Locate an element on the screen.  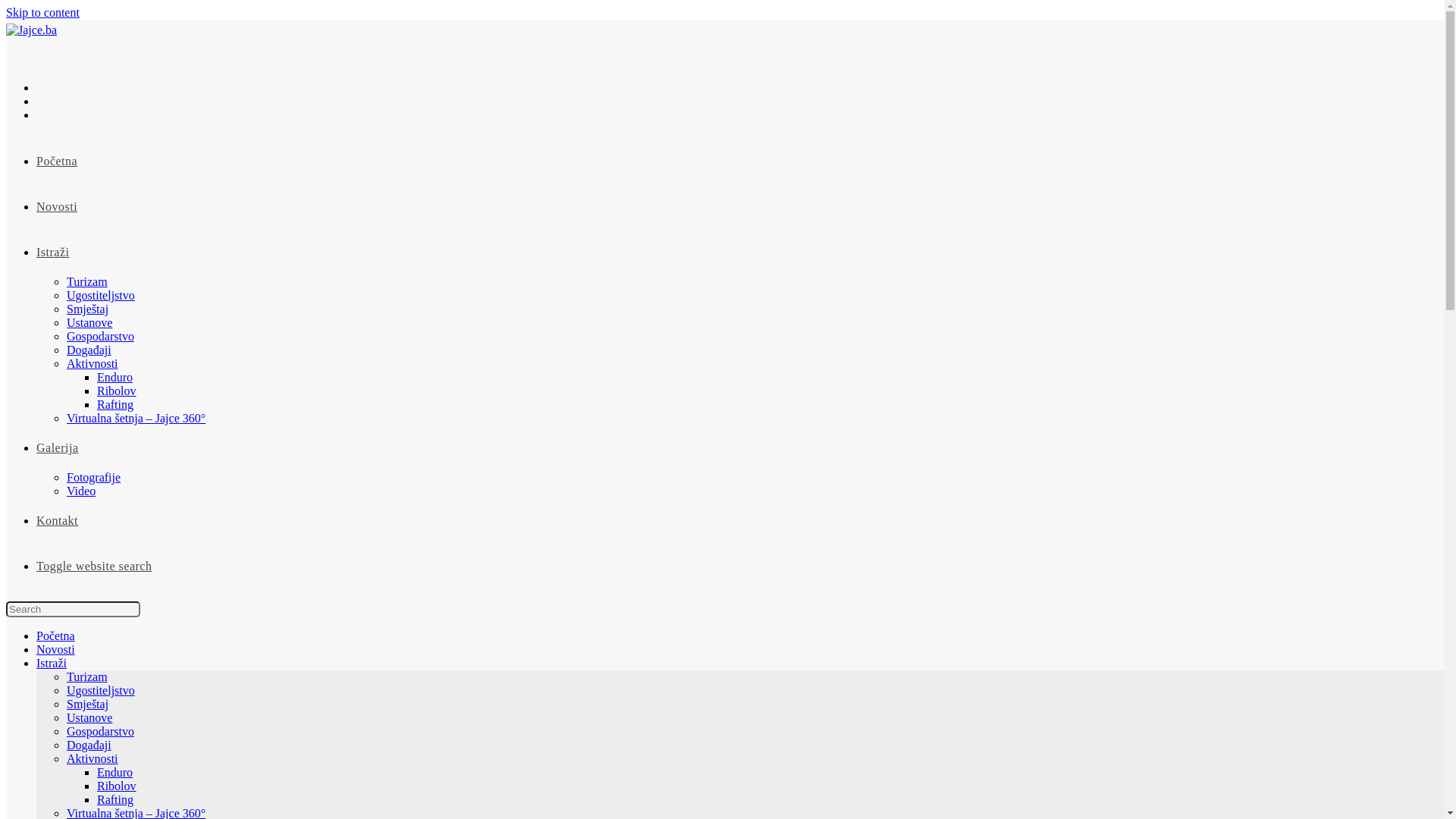
'Rafting' is located at coordinates (115, 403).